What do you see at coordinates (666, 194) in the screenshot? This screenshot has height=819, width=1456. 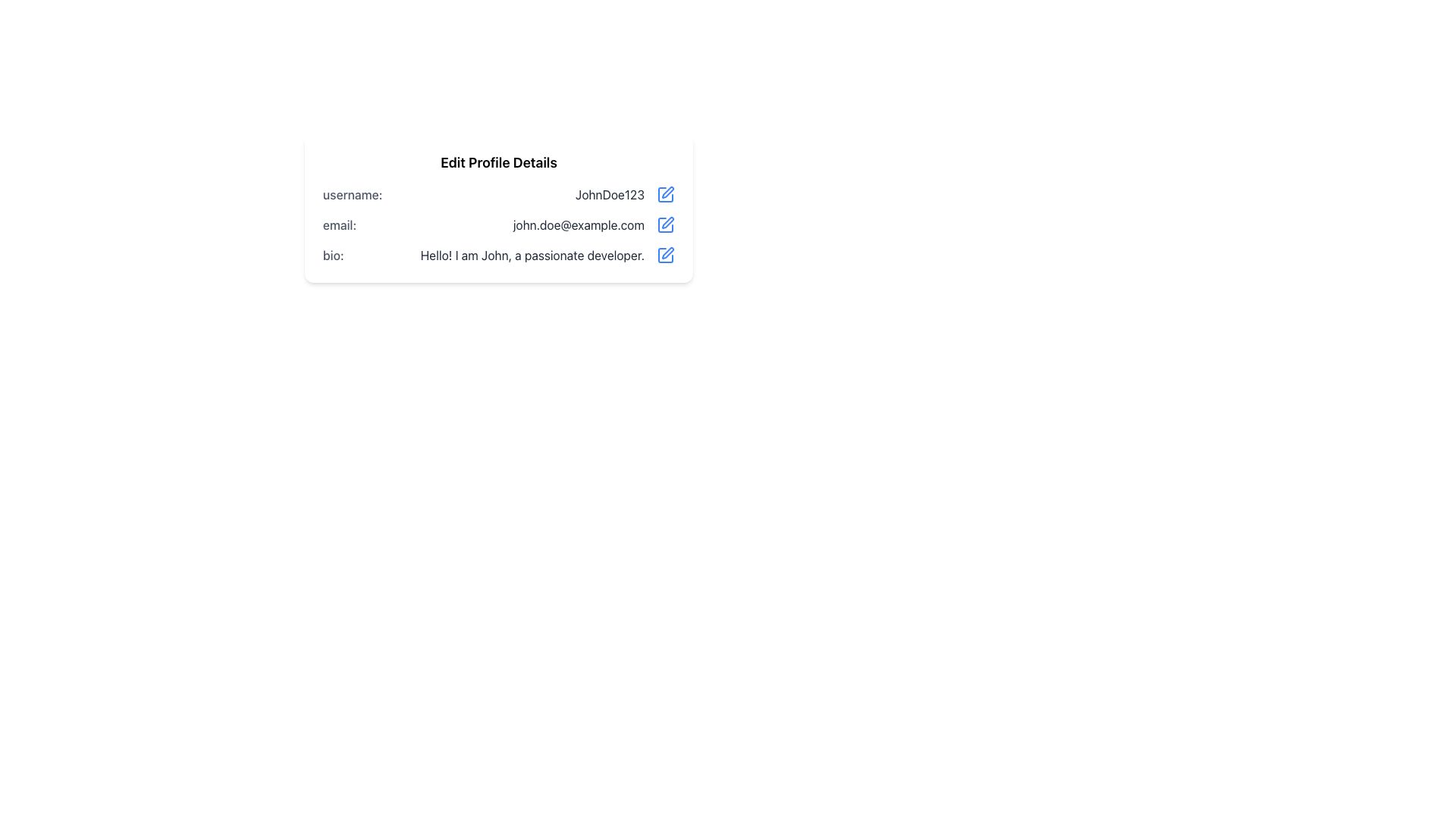 I see `the edit icon SVG graphic located to the right of the username 'JohnDoe123'` at bounding box center [666, 194].